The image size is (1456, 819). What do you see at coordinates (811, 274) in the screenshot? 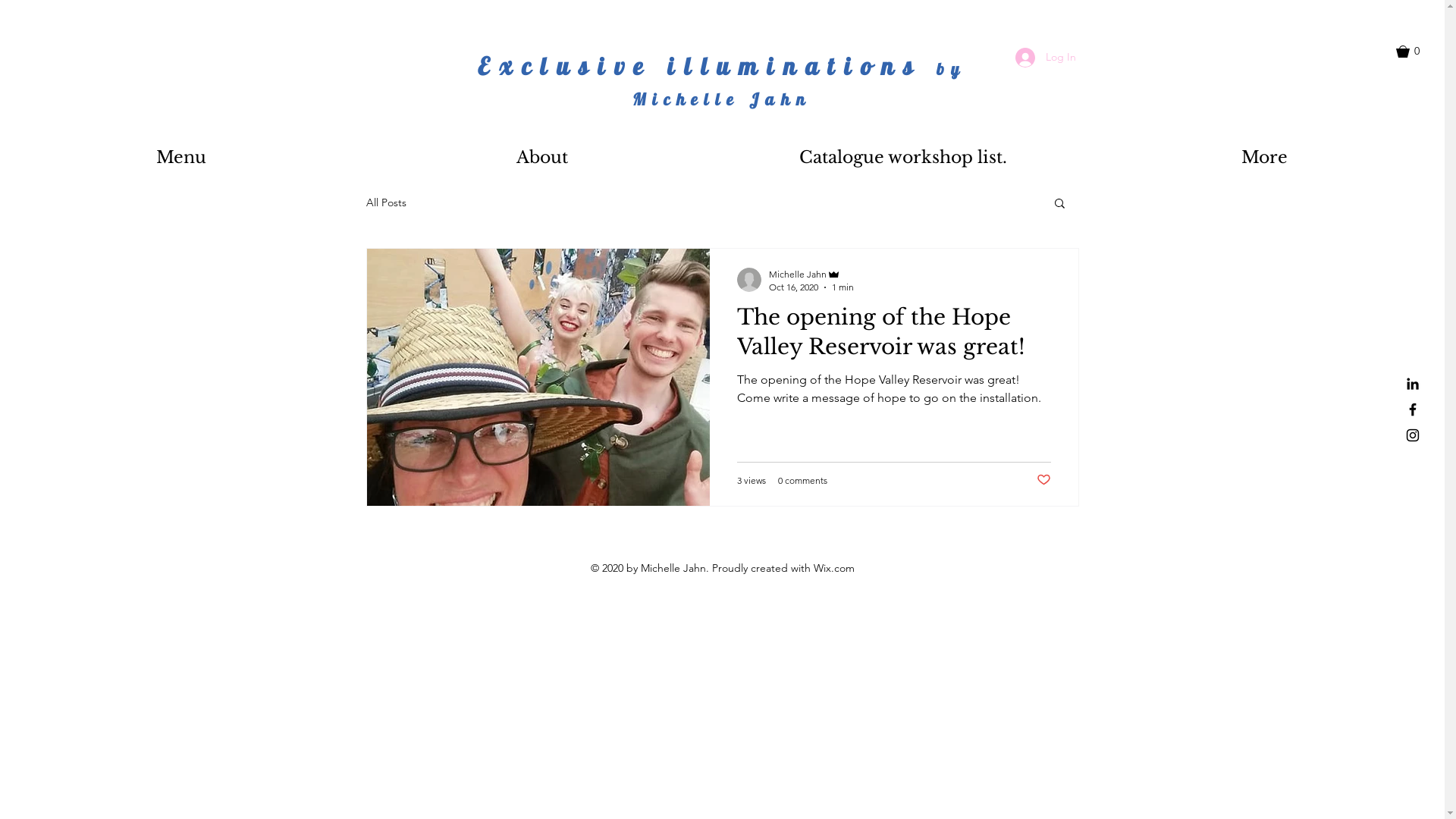
I see `'Michelle Jahn'` at bounding box center [811, 274].